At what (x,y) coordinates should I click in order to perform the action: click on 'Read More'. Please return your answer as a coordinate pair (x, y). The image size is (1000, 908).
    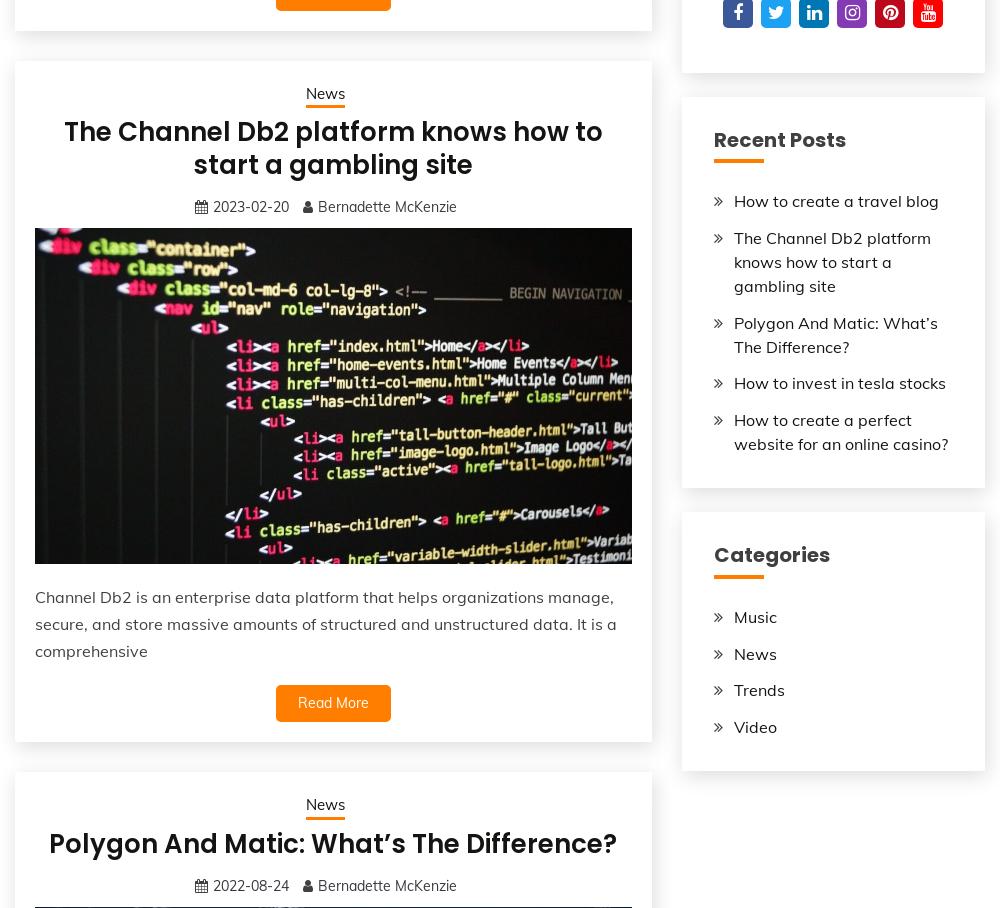
    Looking at the image, I should click on (331, 701).